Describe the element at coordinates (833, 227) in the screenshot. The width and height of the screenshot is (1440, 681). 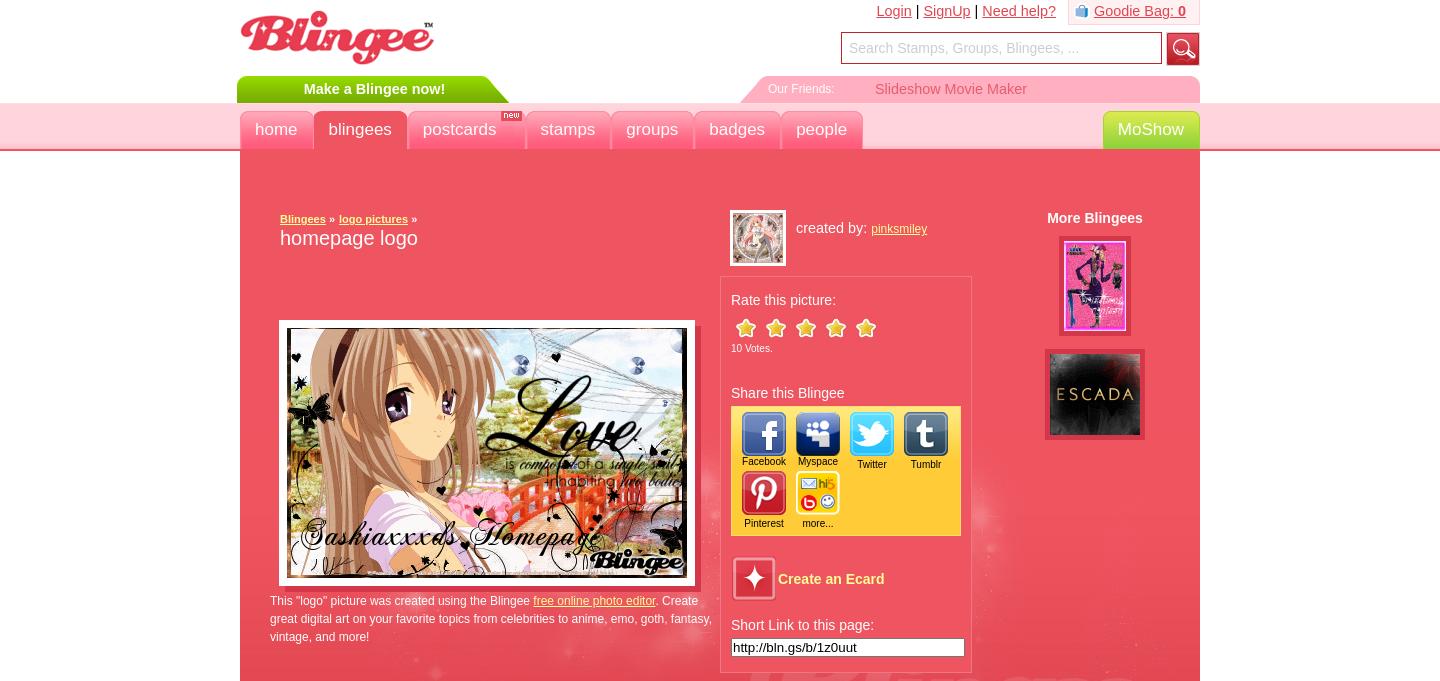
I see `'created by:'` at that location.